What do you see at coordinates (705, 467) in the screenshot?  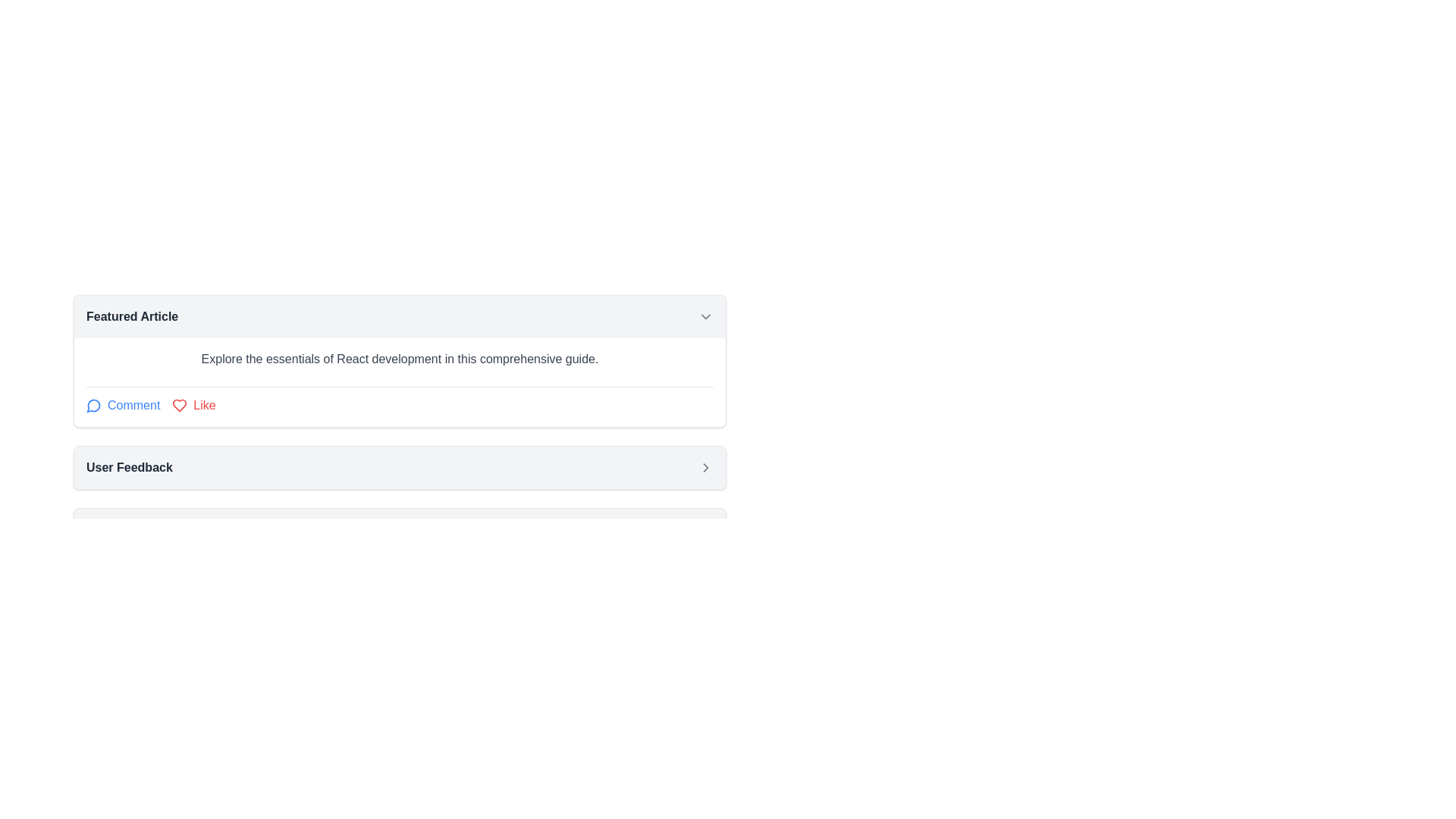 I see `the chevron icon located at the far right of the 'User Feedback' interactive banner` at bounding box center [705, 467].